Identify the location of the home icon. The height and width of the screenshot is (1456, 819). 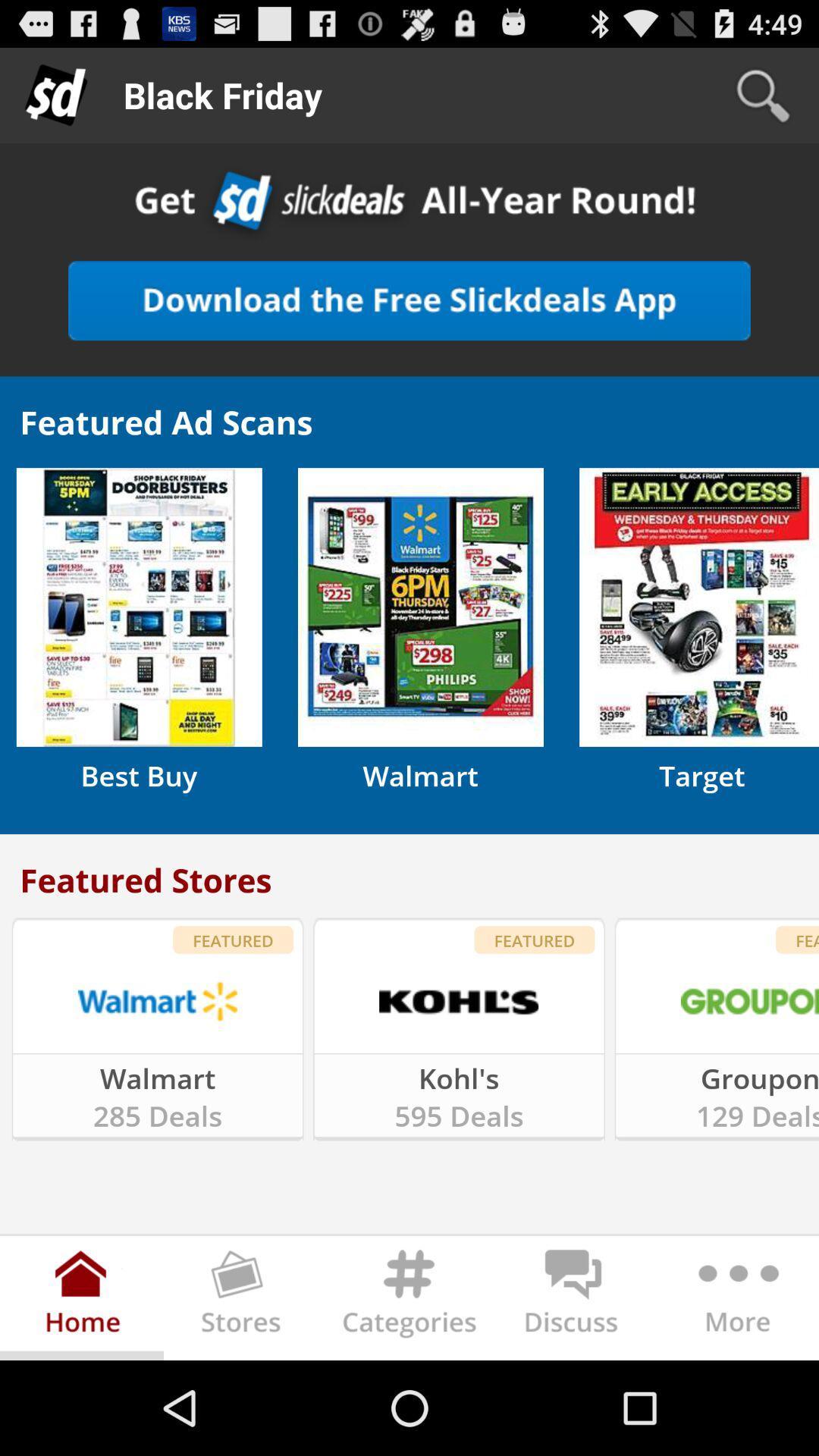
(82, 1392).